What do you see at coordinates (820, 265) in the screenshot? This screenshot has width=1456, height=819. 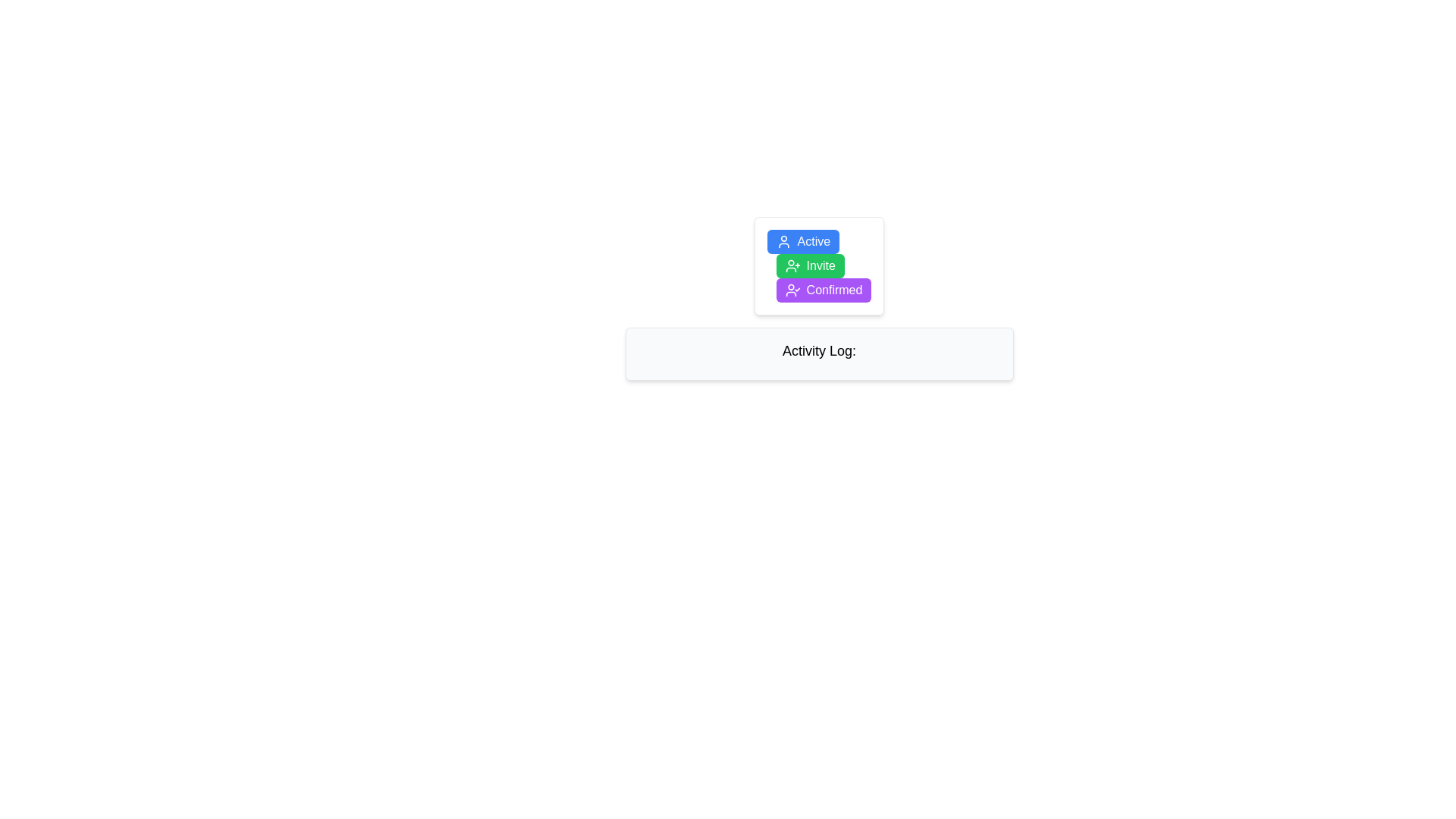 I see `the 'Invite' text label, which is styled with white text on a green background within a rounded rectangle` at bounding box center [820, 265].